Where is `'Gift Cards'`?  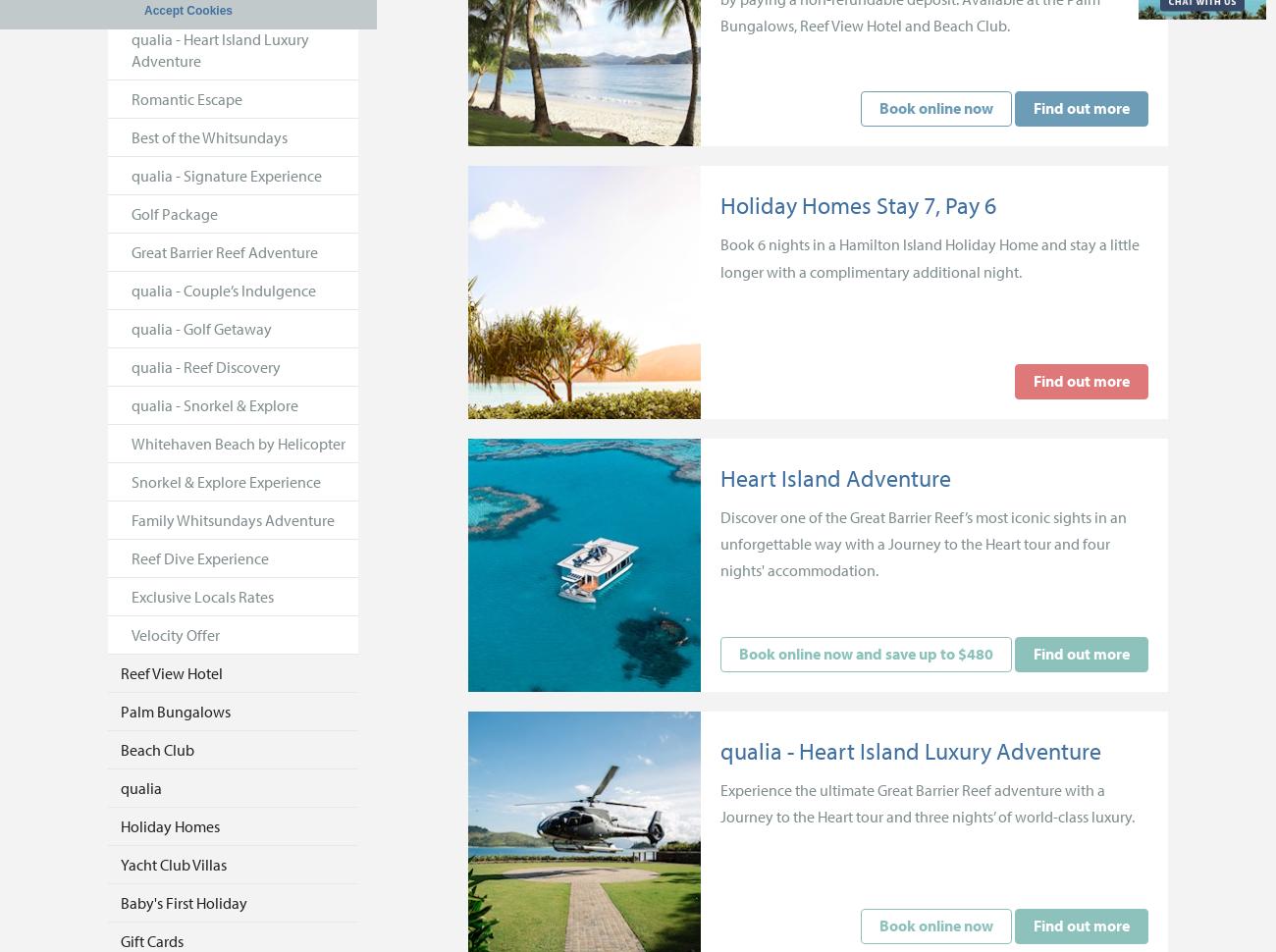
'Gift Cards' is located at coordinates (150, 938).